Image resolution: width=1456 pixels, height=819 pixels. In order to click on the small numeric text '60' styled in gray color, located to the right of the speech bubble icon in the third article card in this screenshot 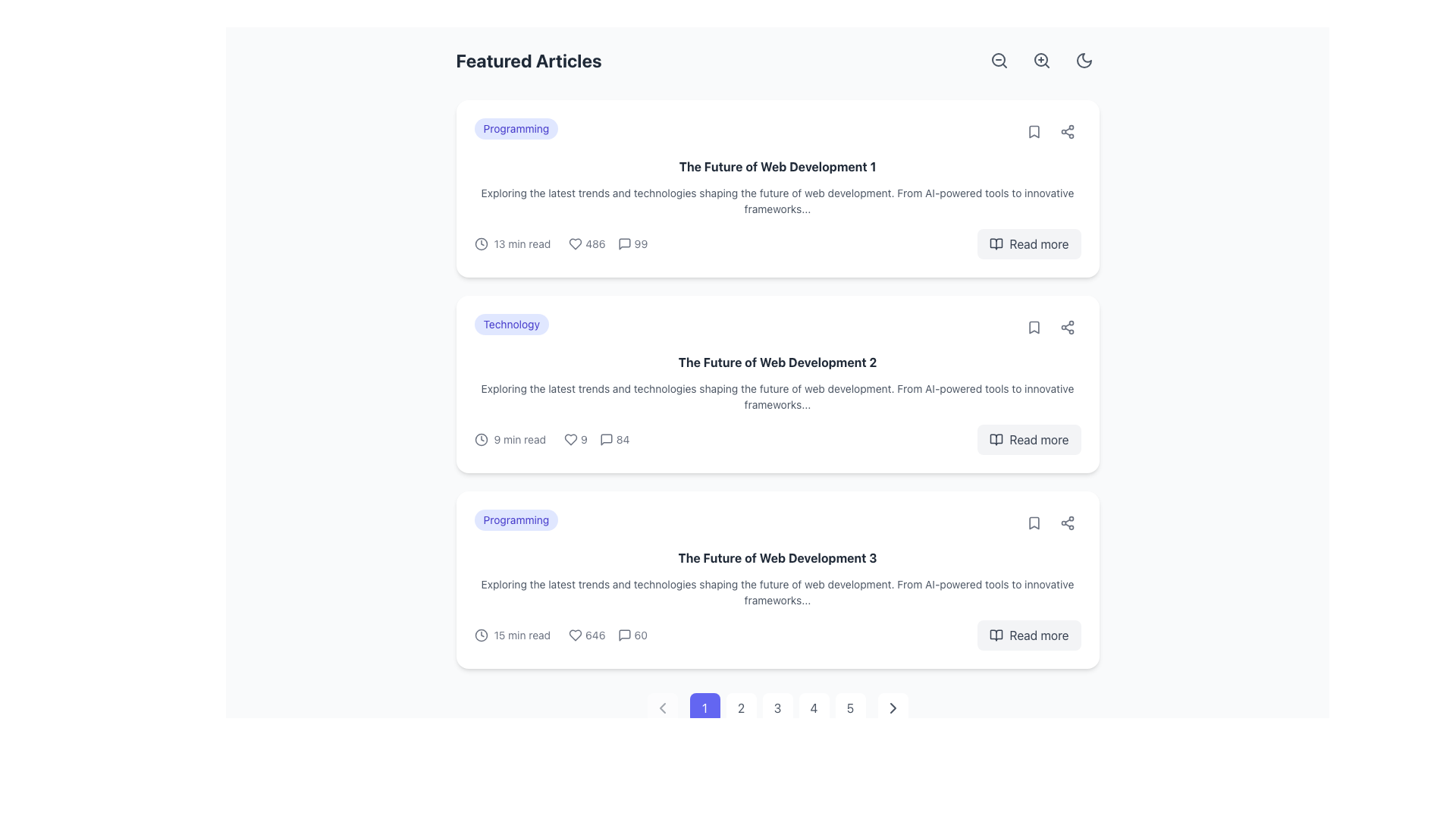, I will do `click(641, 635)`.